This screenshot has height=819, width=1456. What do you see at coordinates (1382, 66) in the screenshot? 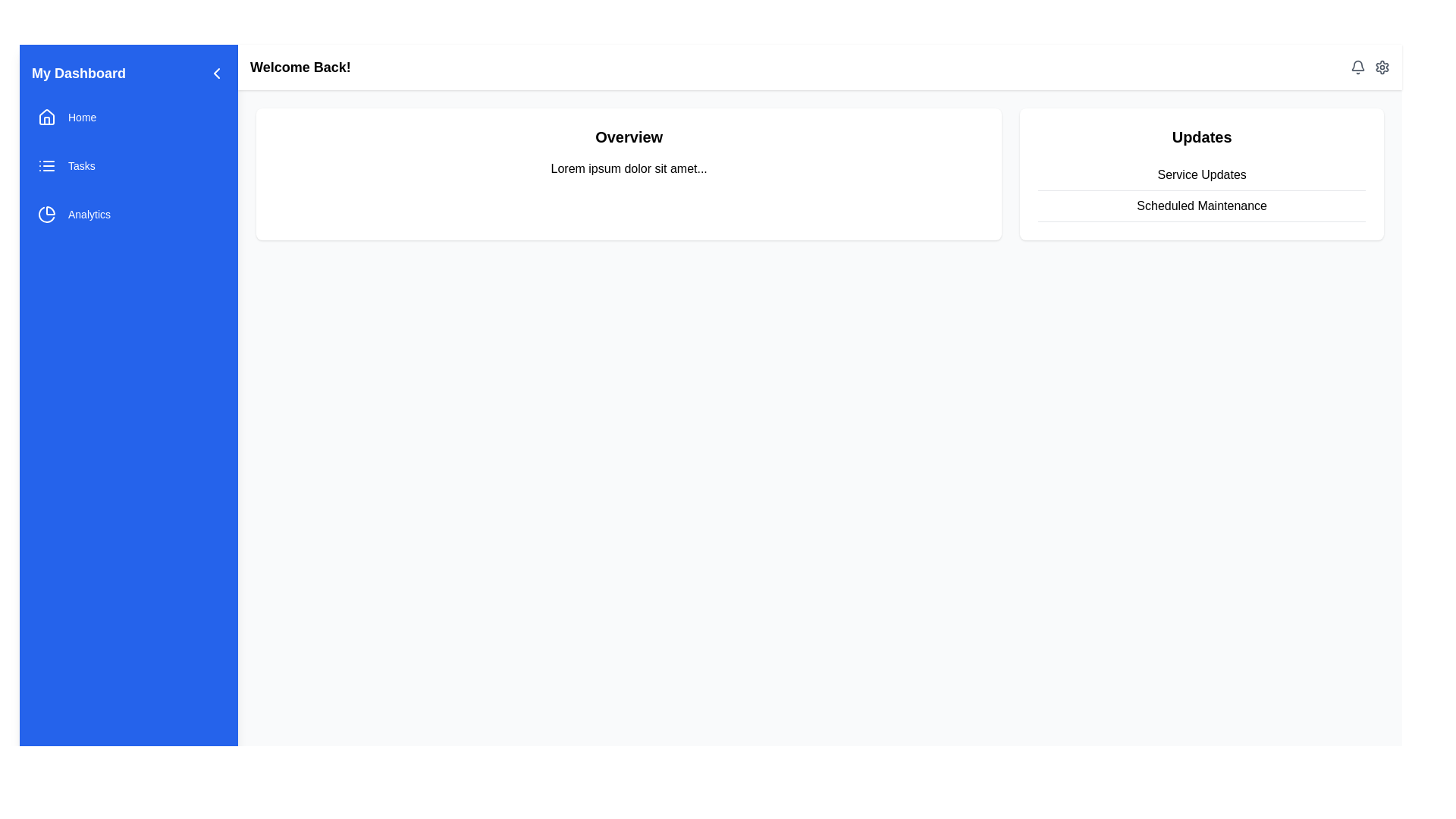
I see `the settings icon located in the top right corner of the interface, adjacent to the bell icon` at bounding box center [1382, 66].